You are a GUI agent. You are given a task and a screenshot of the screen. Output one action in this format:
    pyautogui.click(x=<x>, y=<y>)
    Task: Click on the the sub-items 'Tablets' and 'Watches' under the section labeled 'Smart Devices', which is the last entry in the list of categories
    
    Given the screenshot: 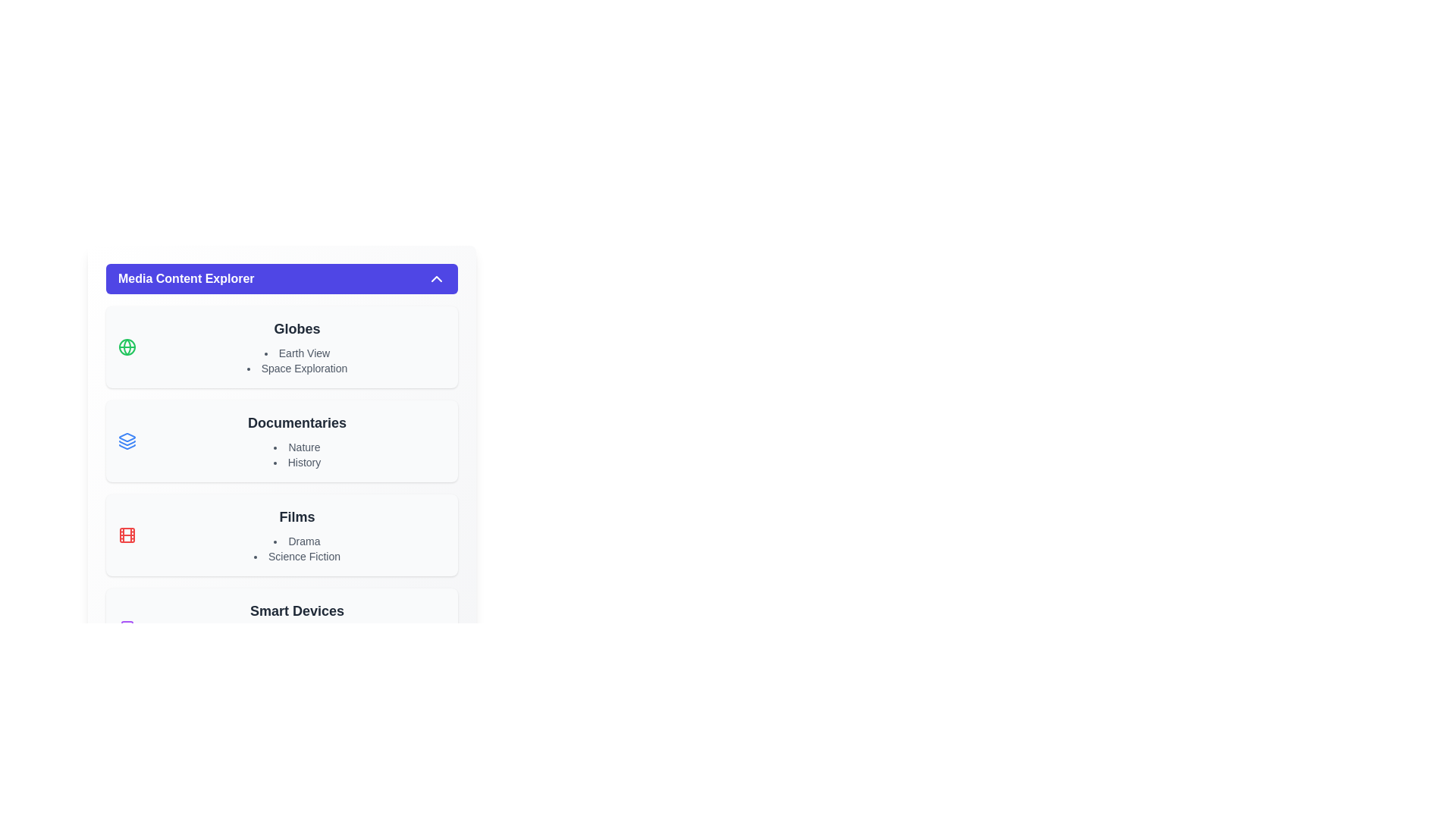 What is the action you would take?
    pyautogui.click(x=282, y=629)
    